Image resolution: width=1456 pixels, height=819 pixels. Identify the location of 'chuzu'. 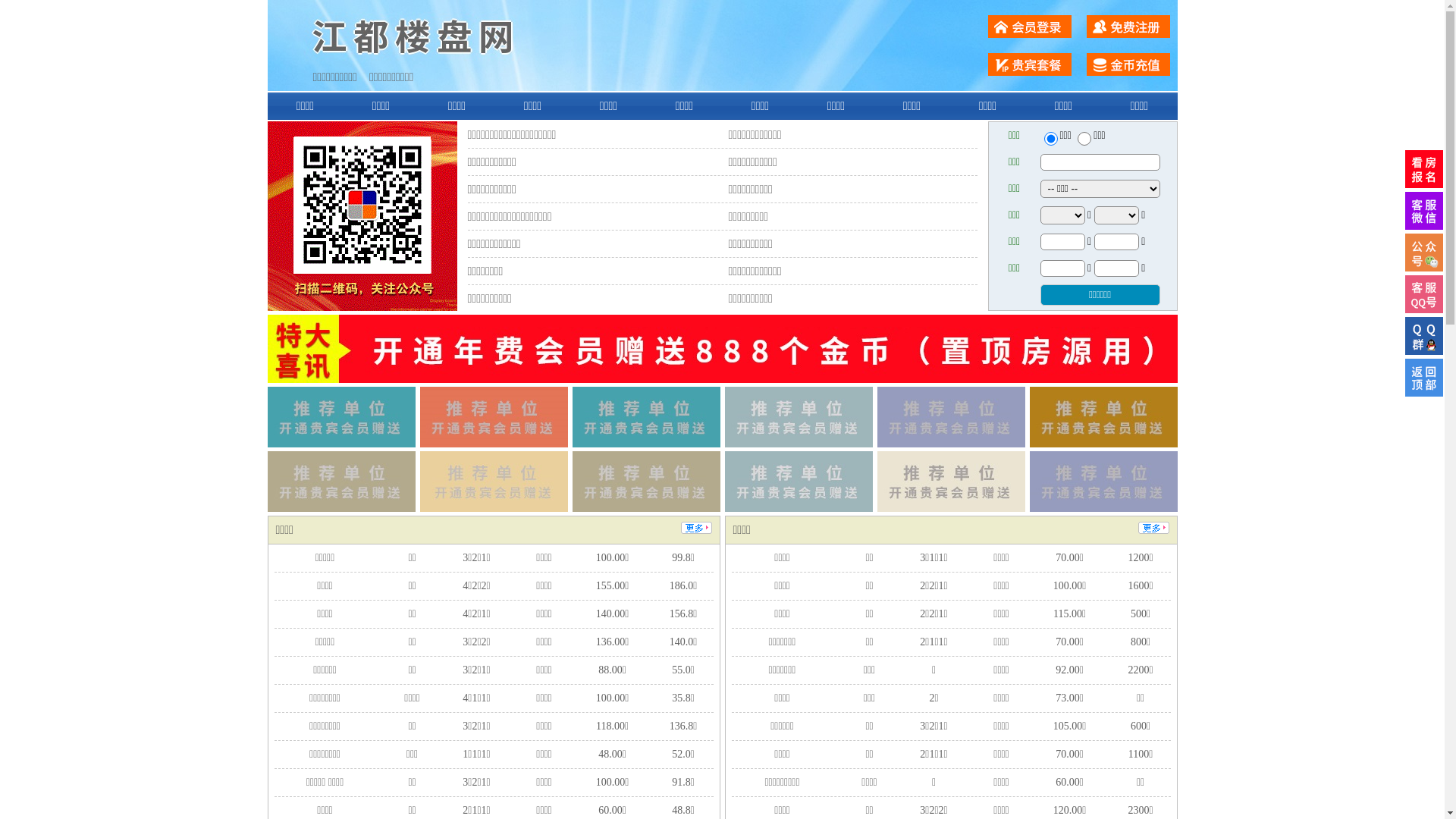
(1084, 138).